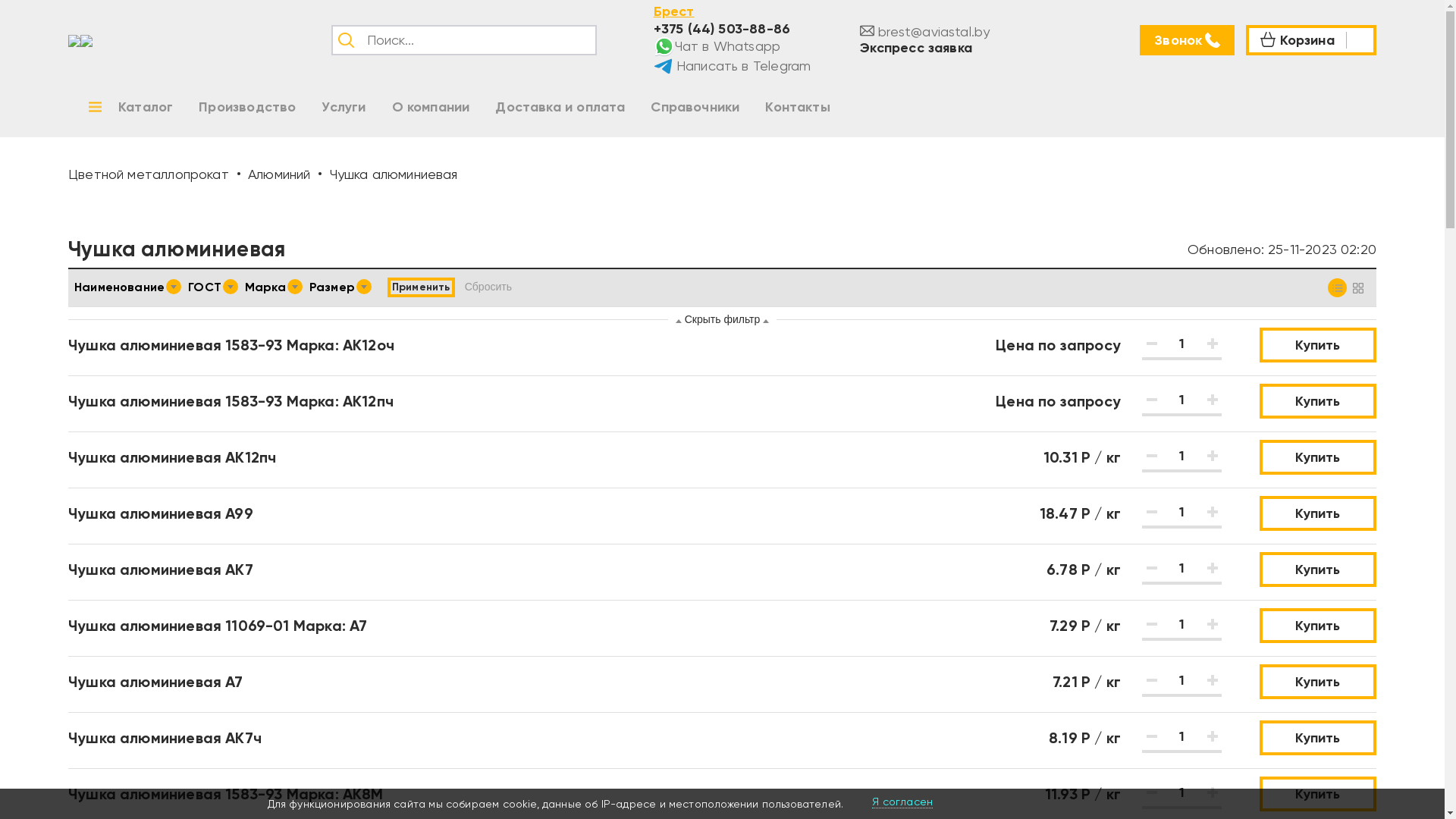  What do you see at coordinates (720, 28) in the screenshot?
I see `'+375 (44) 503-88-86'` at bounding box center [720, 28].